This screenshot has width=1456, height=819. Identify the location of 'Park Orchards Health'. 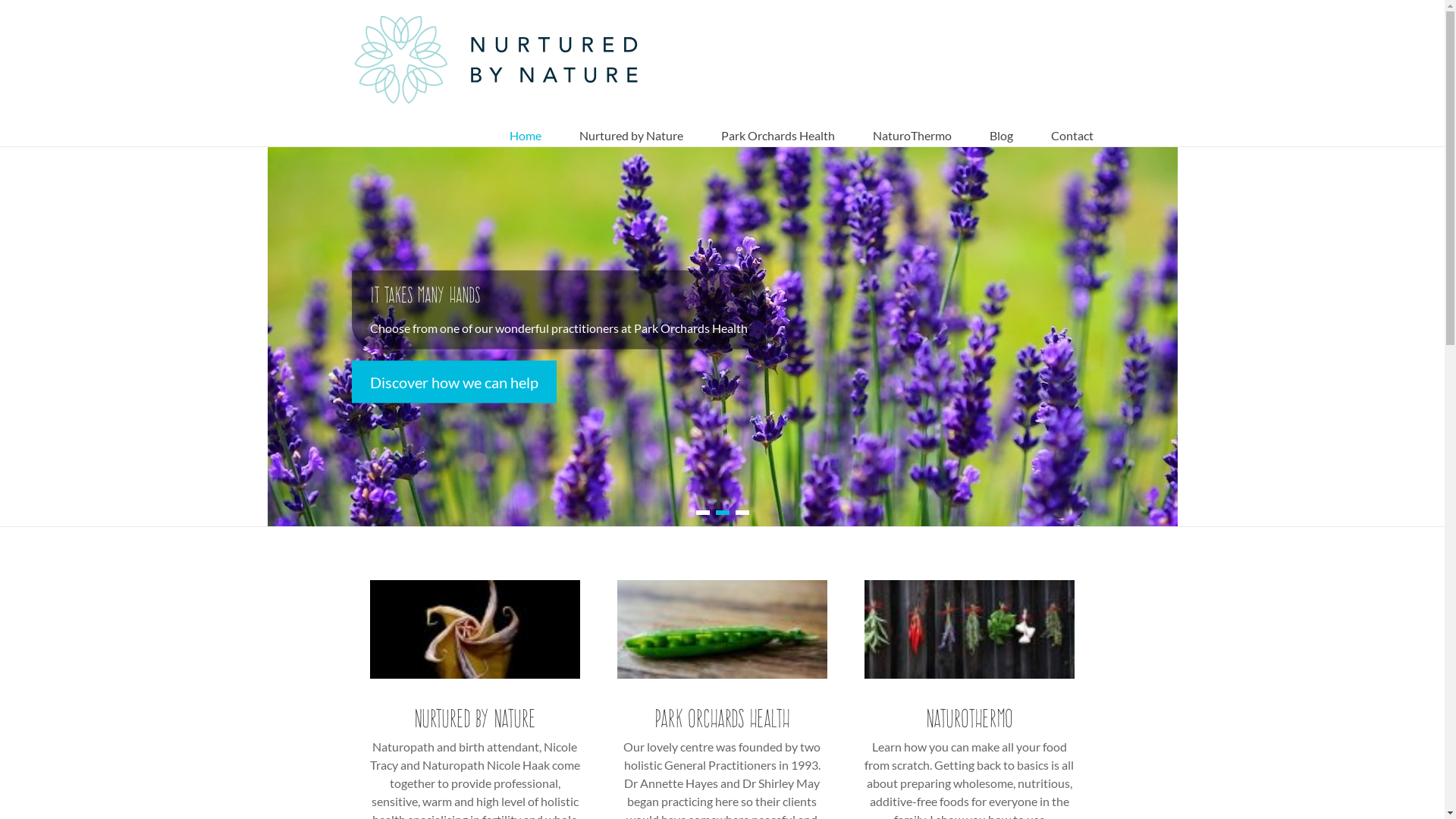
(720, 717).